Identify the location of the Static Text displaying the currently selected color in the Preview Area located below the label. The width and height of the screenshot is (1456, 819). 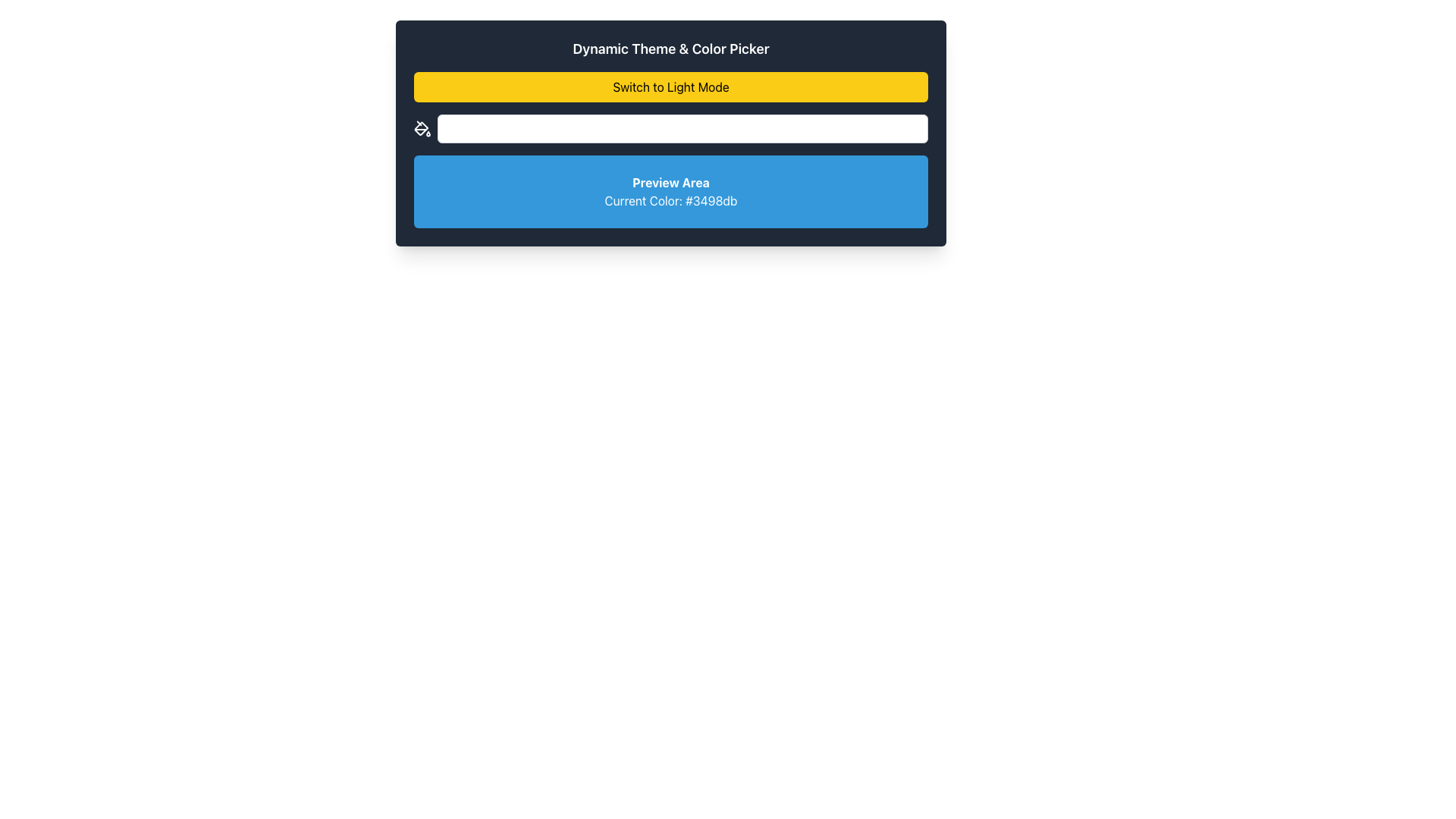
(670, 200).